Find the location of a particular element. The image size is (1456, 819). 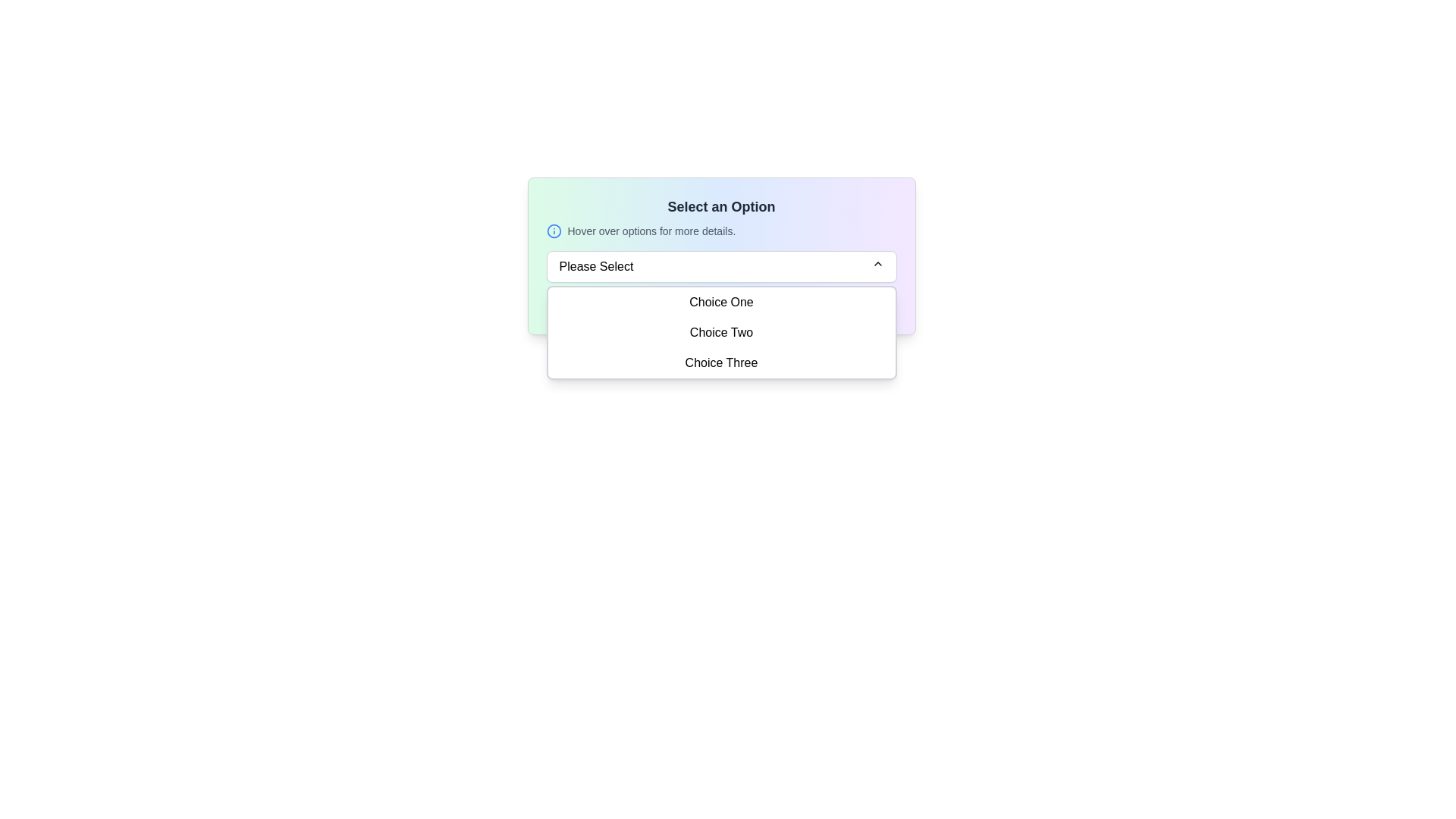

the icon that indicates the collapsing or hiding of the dropdown menu next to the 'Please Select' button is located at coordinates (877, 262).